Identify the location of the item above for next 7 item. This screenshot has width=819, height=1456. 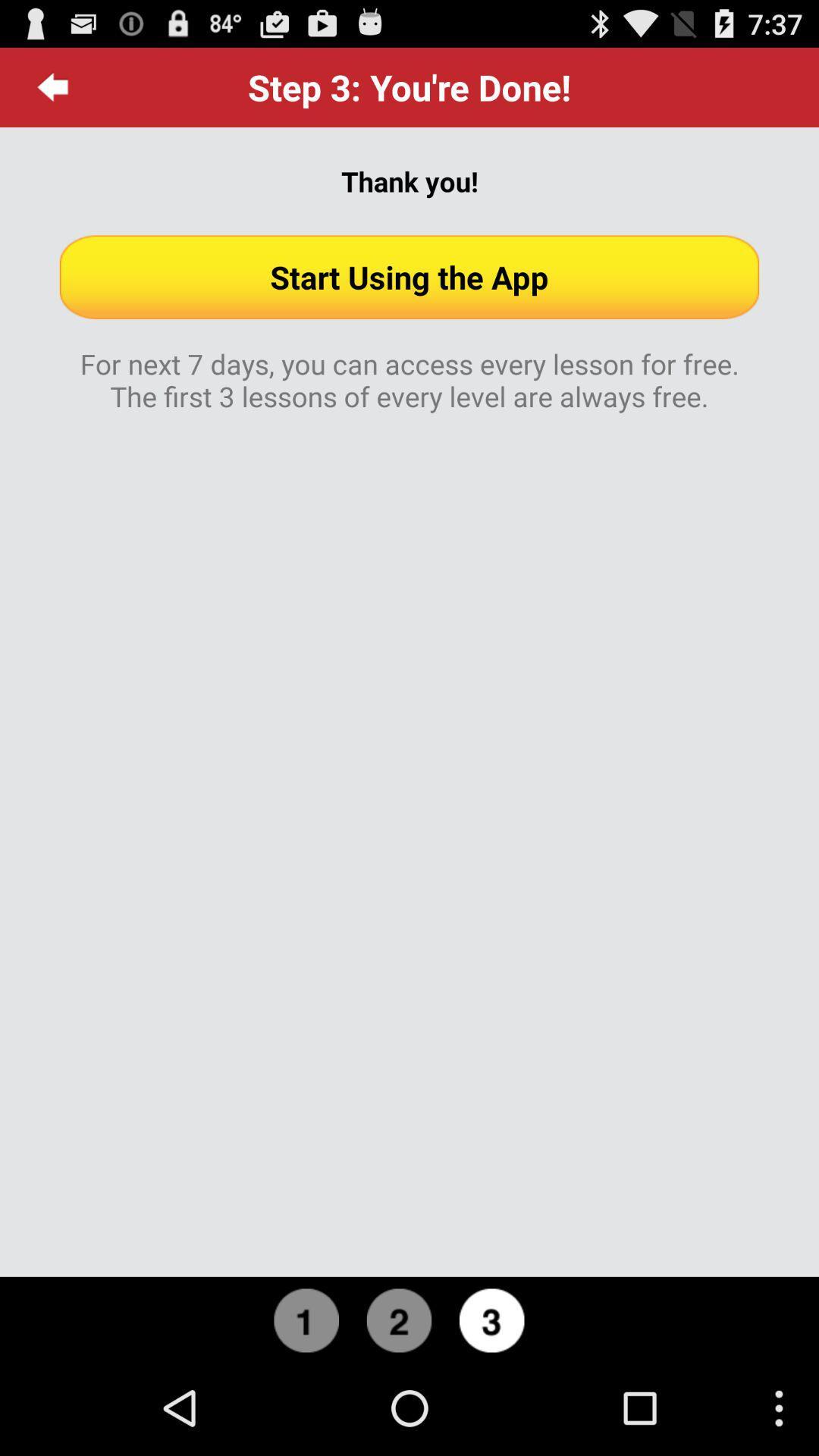
(409, 277).